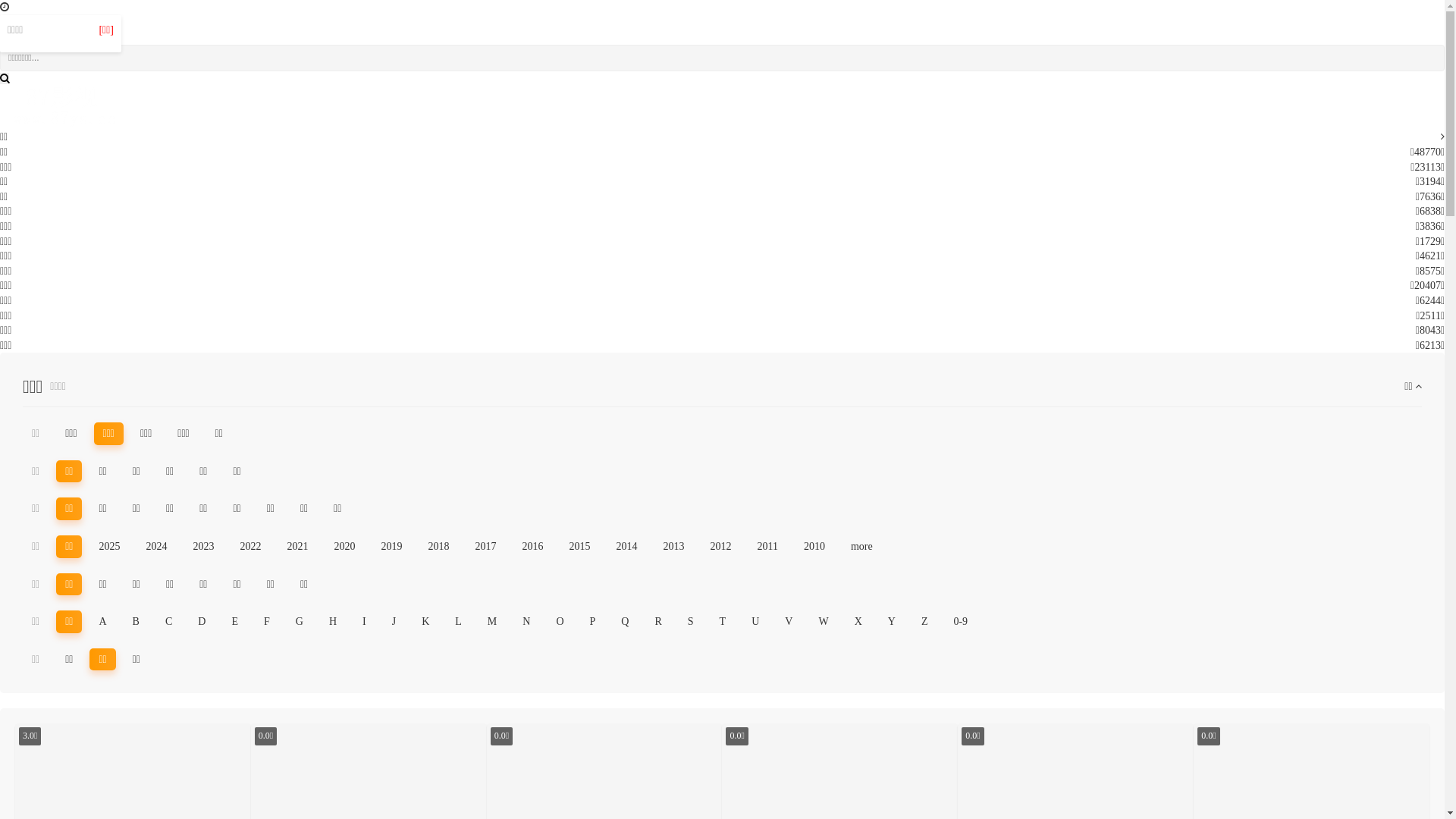  Describe the element at coordinates (168, 622) in the screenshot. I see `'C'` at that location.